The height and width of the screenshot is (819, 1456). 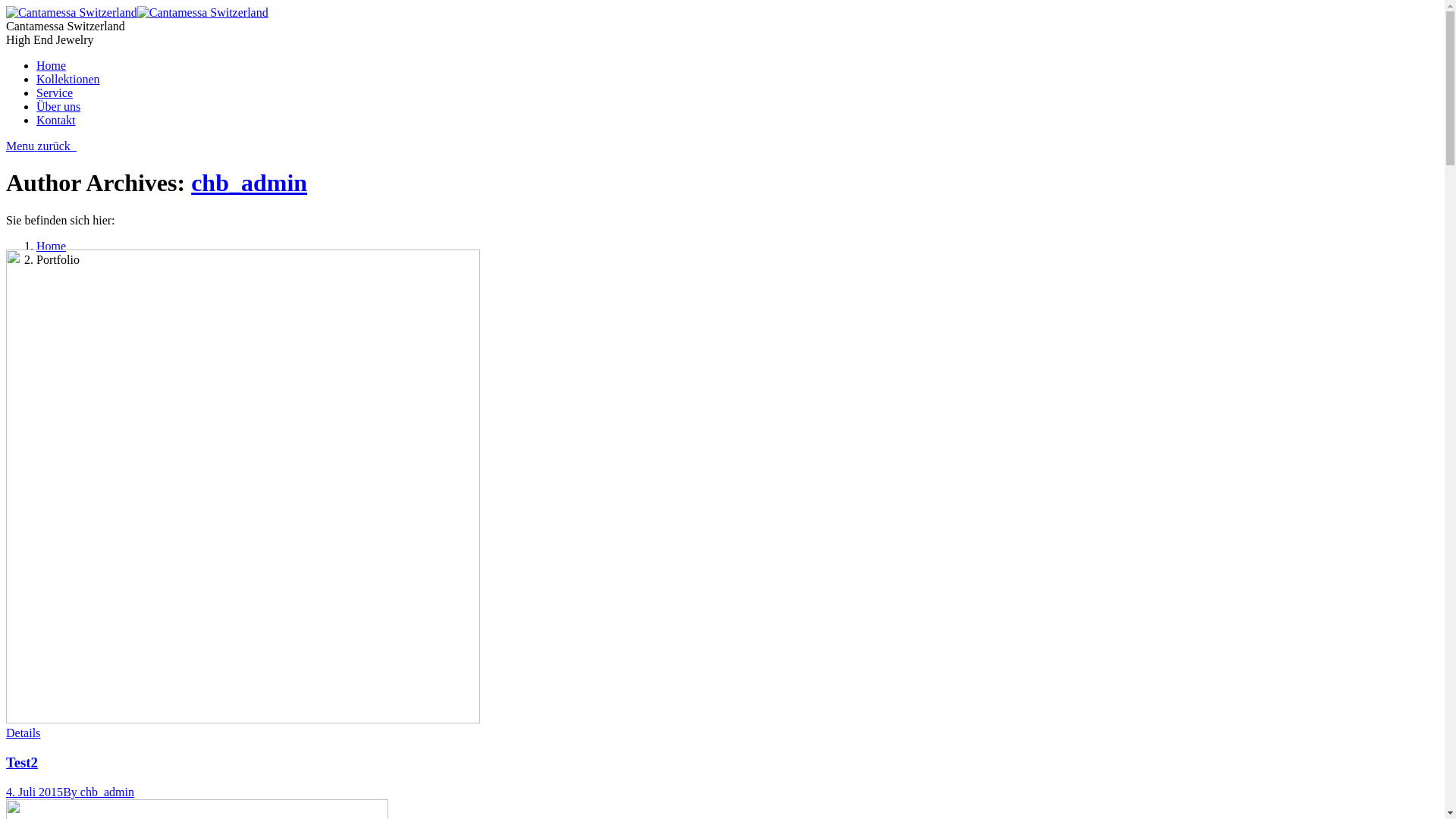 I want to click on 'Home', so click(x=51, y=245).